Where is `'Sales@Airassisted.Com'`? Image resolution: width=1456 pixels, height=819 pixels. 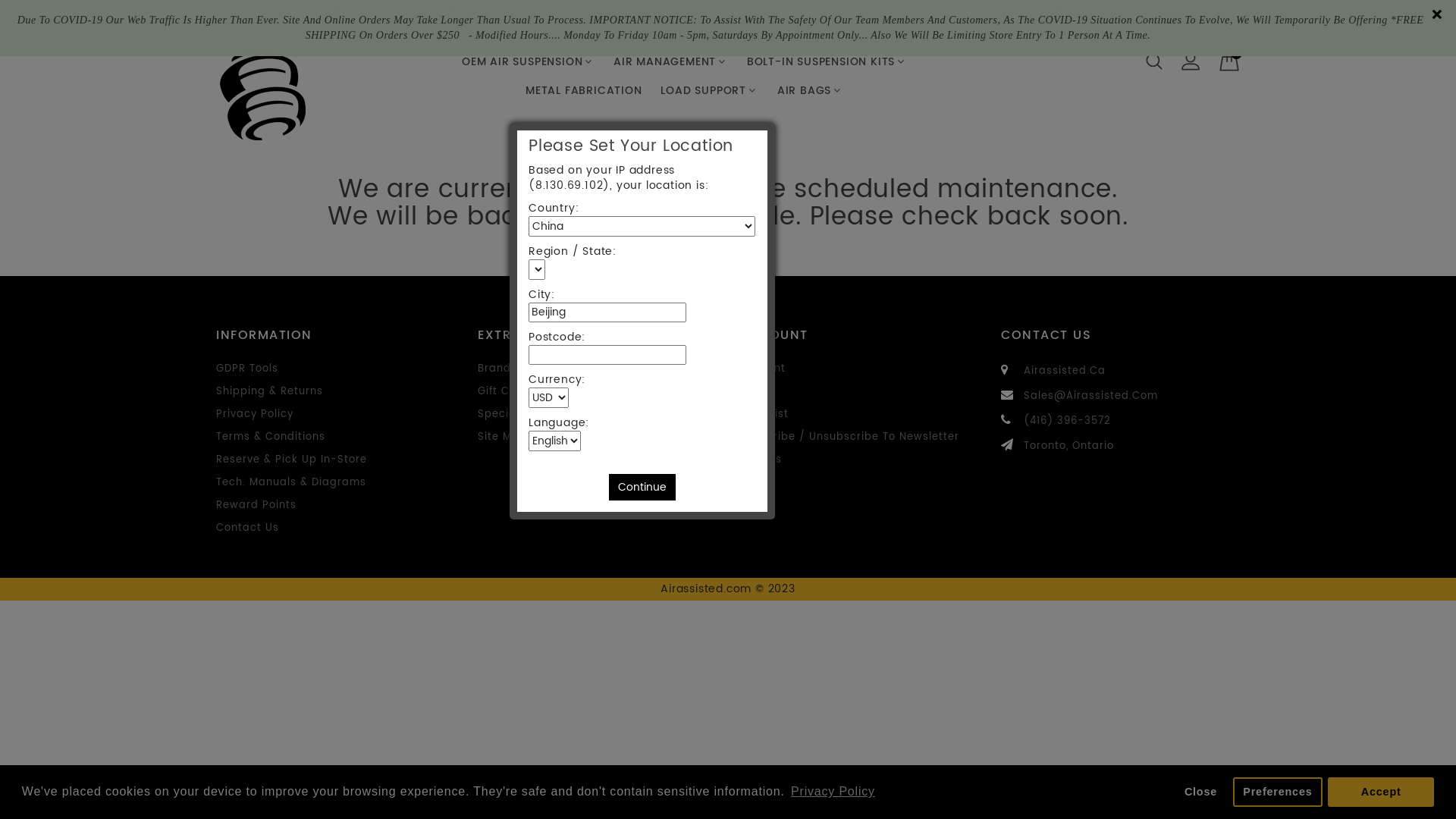
'Sales@Airassisted.Com' is located at coordinates (1023, 395).